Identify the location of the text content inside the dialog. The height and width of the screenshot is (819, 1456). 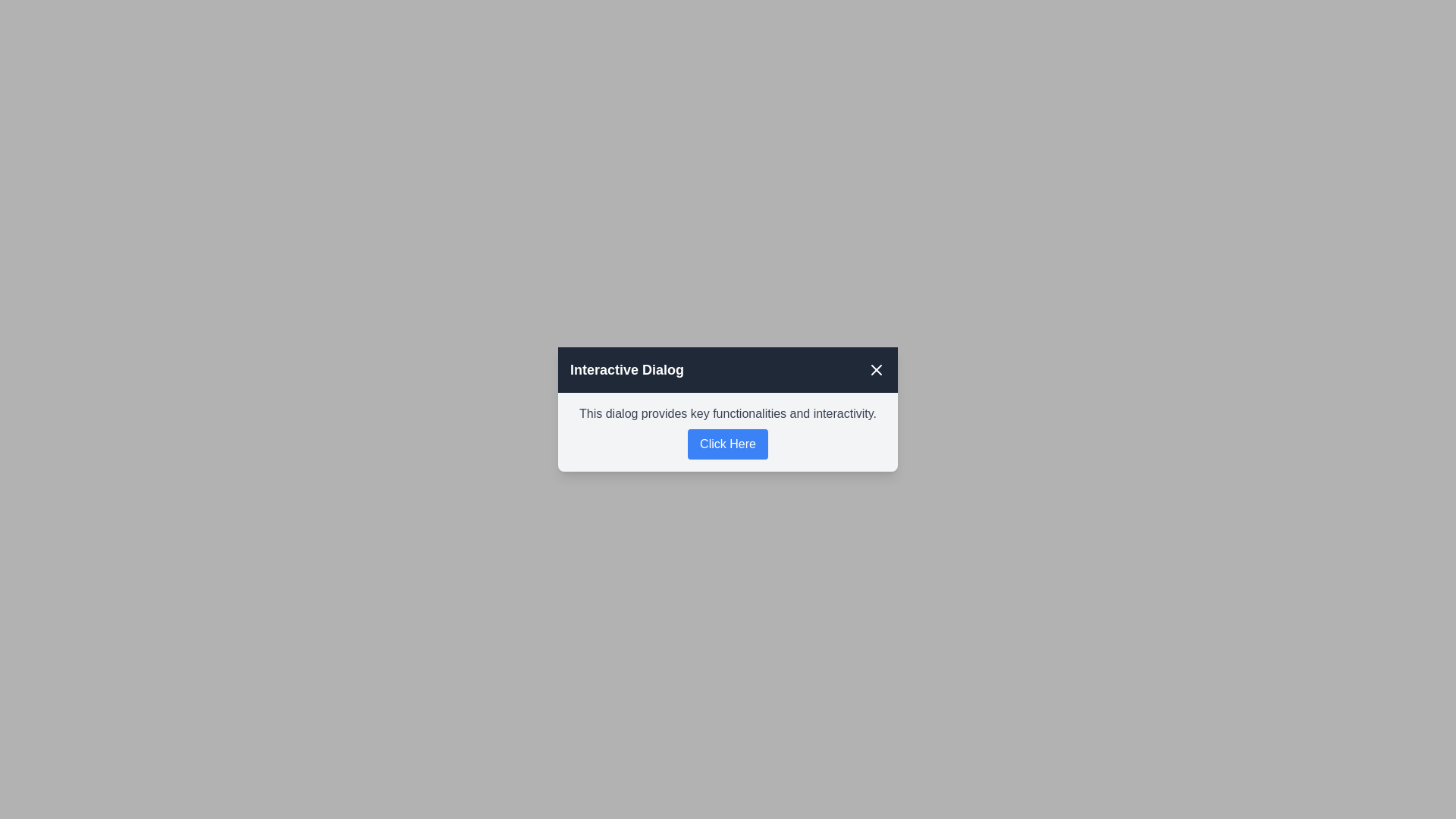
(728, 414).